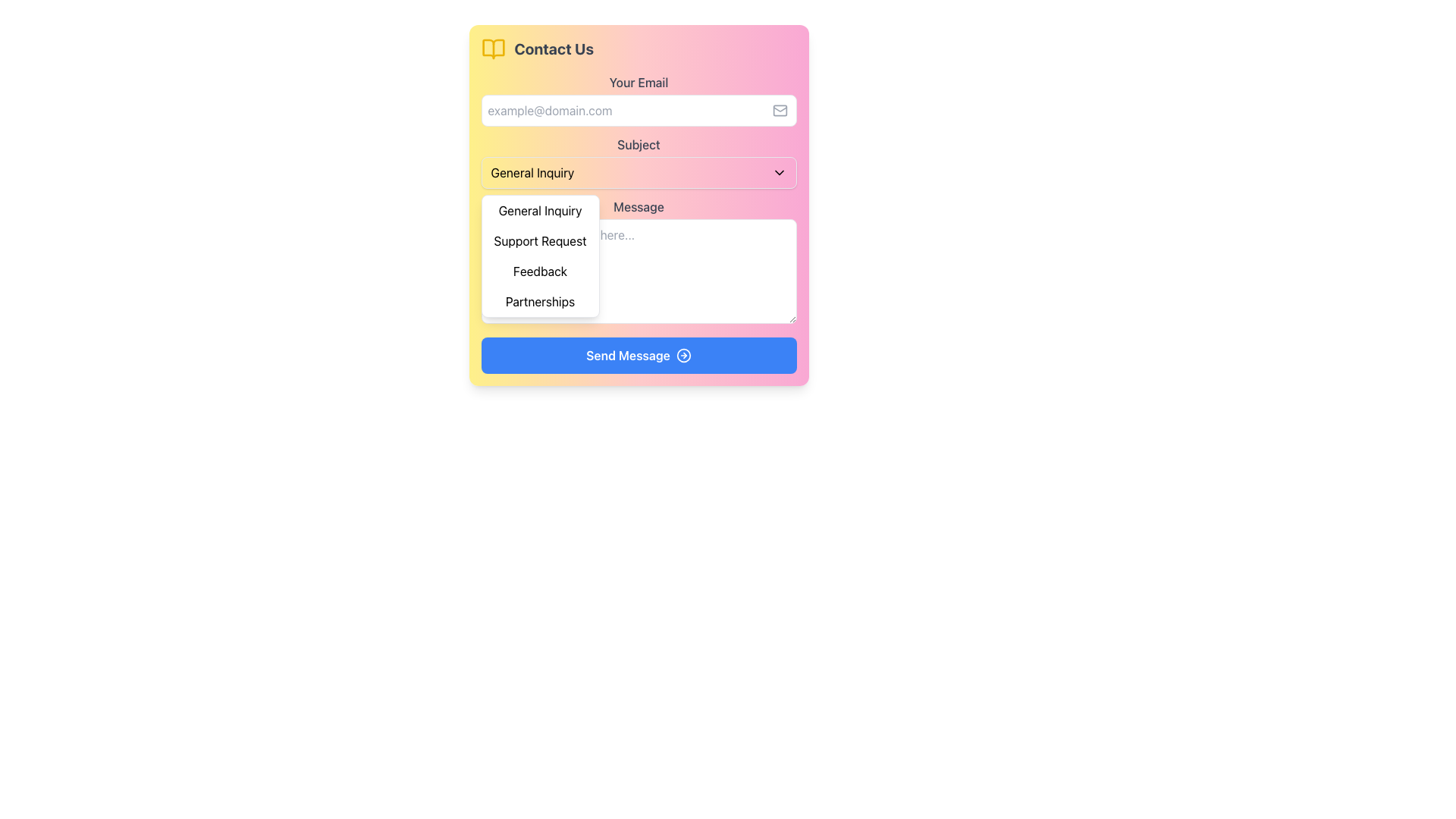 The height and width of the screenshot is (819, 1456). I want to click on the Static Text Label displaying the word 'Message', which is a bold gray text located at the top of the input area, so click(639, 207).